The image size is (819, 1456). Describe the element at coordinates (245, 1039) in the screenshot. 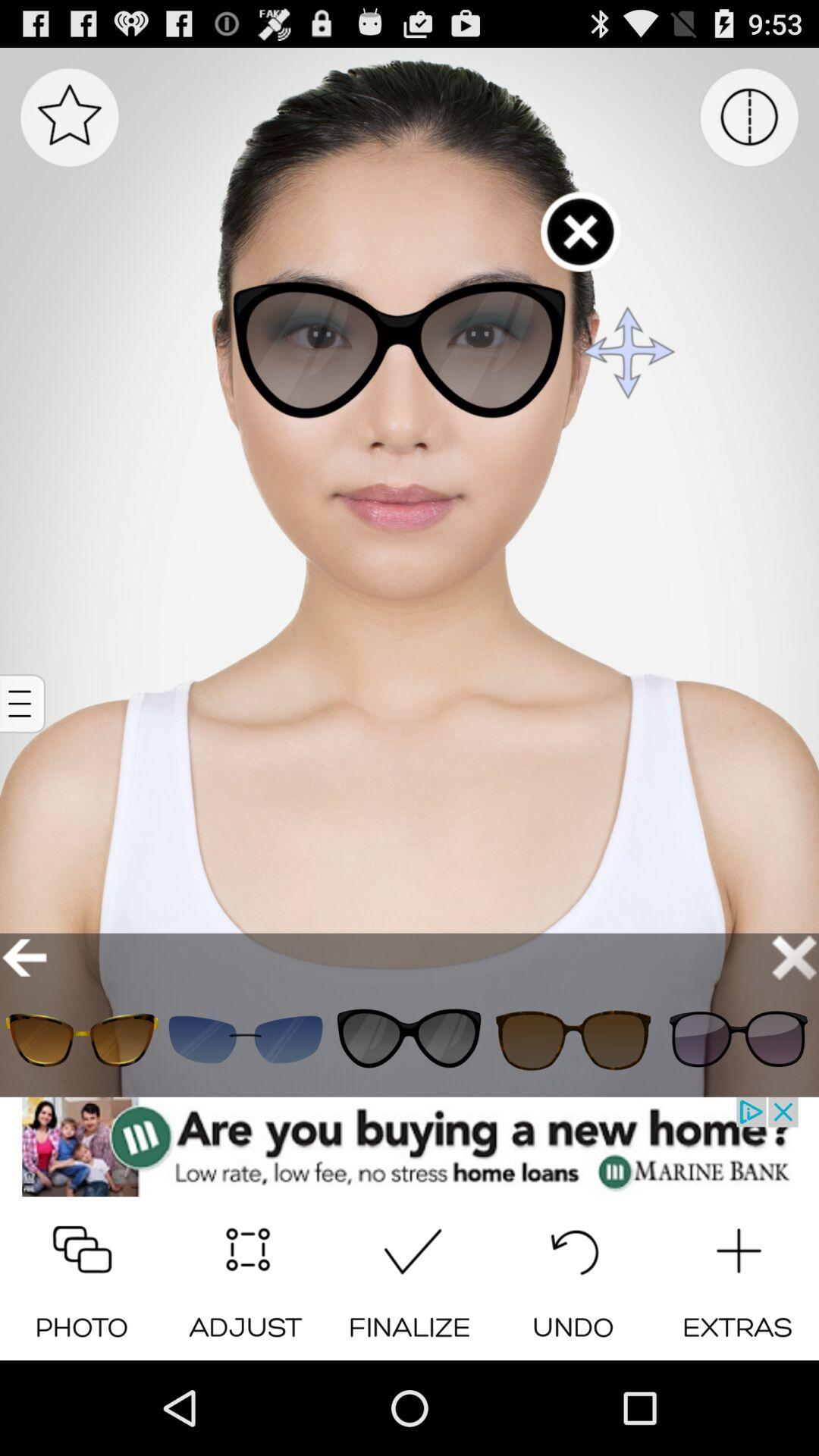

I see `choose a glass button` at that location.